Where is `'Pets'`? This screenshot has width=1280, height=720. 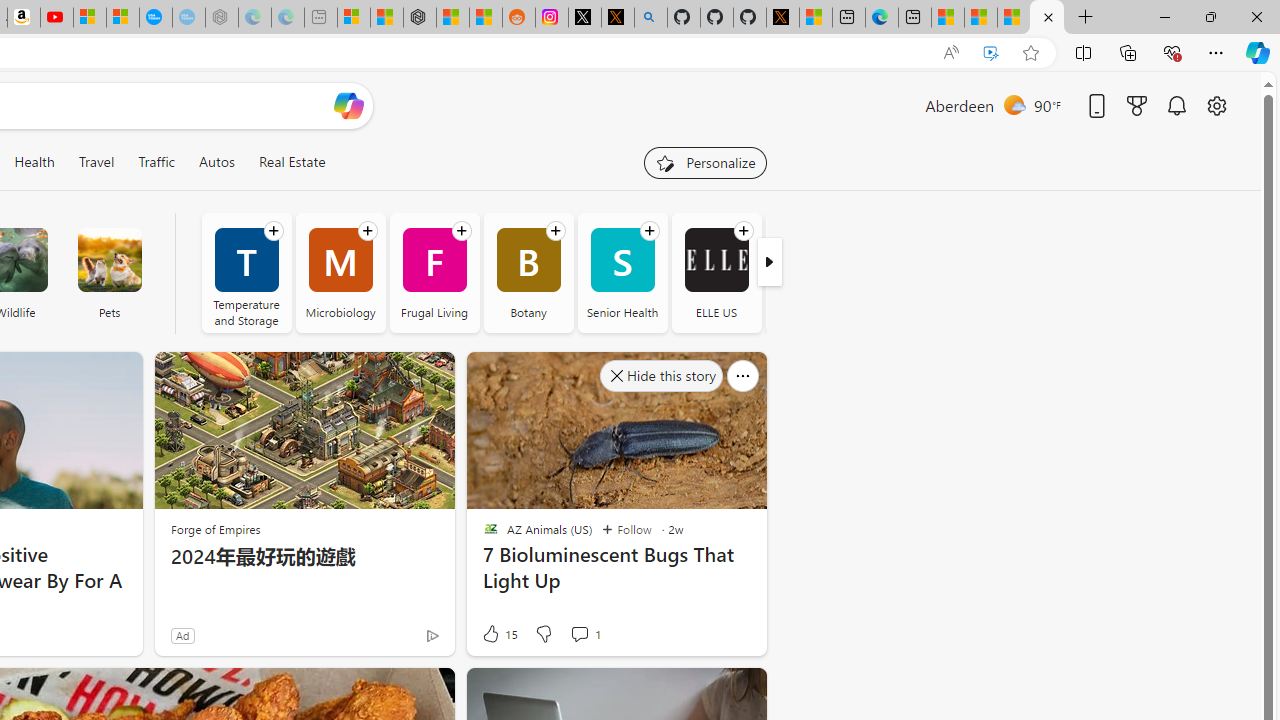
'Pets' is located at coordinates (108, 272).